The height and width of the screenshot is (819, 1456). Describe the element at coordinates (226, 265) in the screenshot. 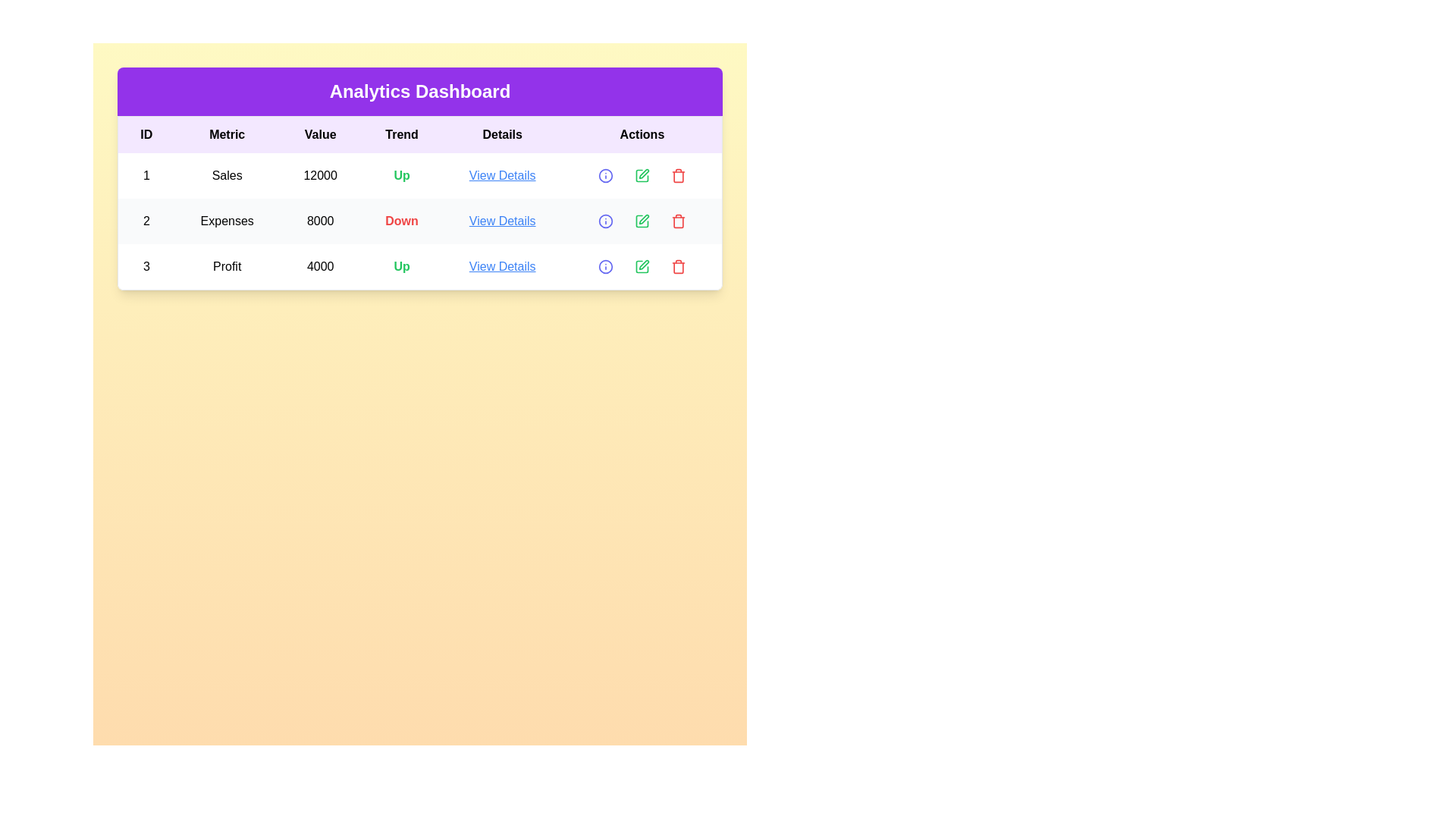

I see `the 'Profit' data label in the table, which is located in the 'Metric' column of the third row, positioned between the '3' ID value and the '4000' Value` at that location.